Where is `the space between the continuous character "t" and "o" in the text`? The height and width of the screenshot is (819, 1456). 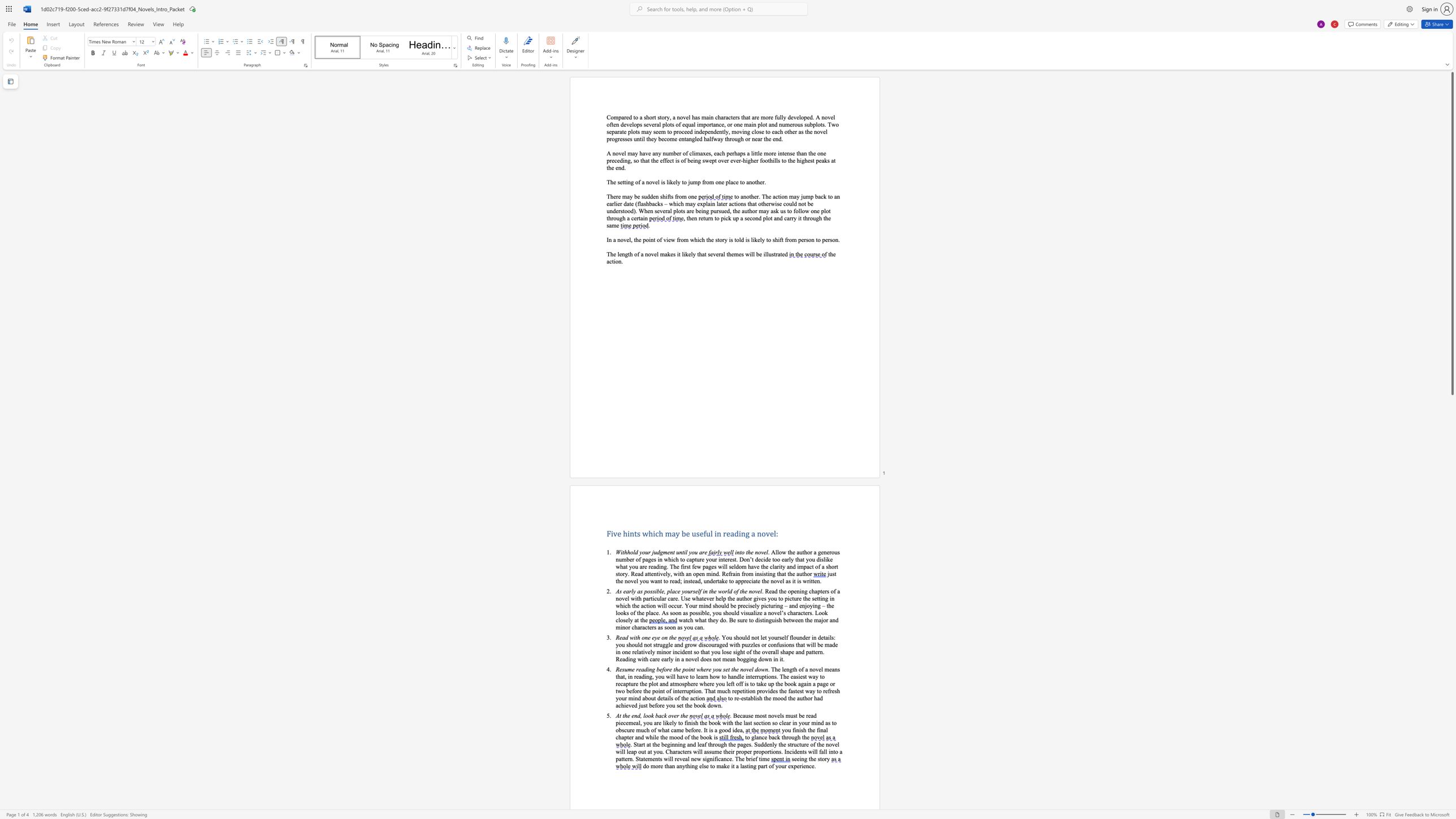 the space between the continuous character "t" and "o" in the text is located at coordinates (821, 759).